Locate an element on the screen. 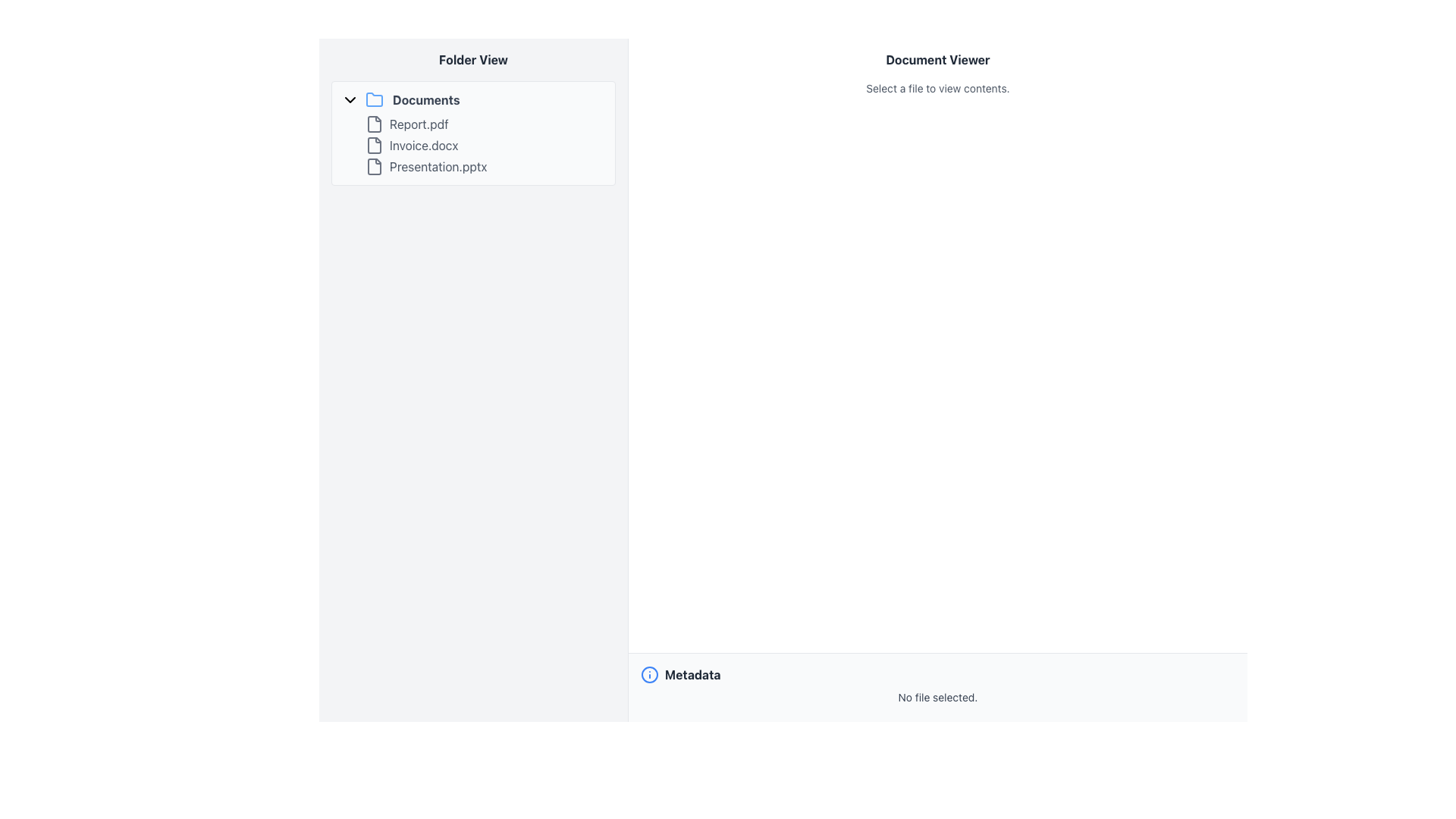 The image size is (1456, 819). the text label 'Document Viewer', which is a prominent title header displayed in bold dark gray, positioned at the top of the right-hand section of the interface is located at coordinates (937, 58).